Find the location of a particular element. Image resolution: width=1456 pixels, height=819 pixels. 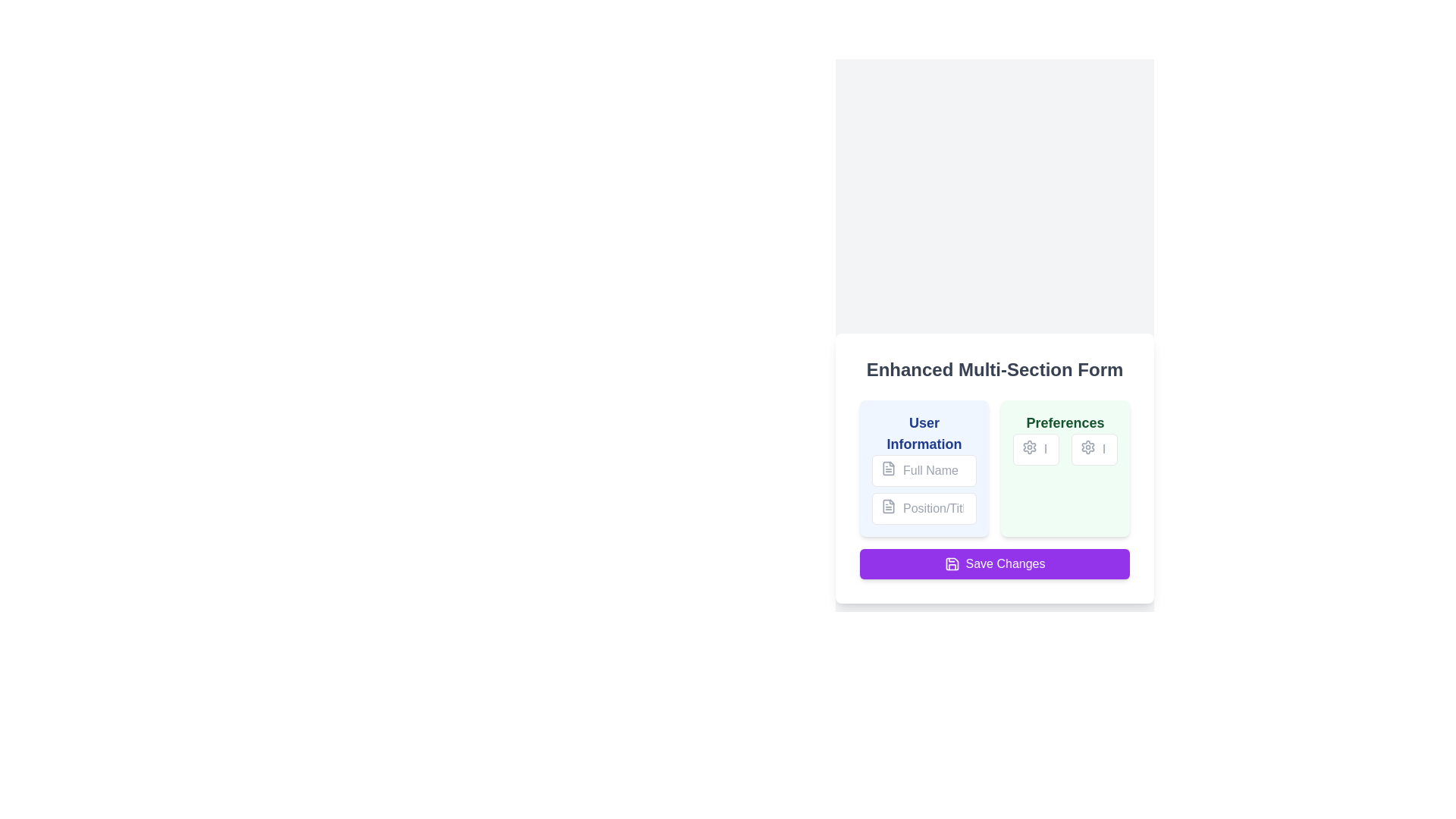

the SVG Icon that represents the save functionality, located within the 'Save Changes' button at the bottom of the form interface is located at coordinates (951, 564).